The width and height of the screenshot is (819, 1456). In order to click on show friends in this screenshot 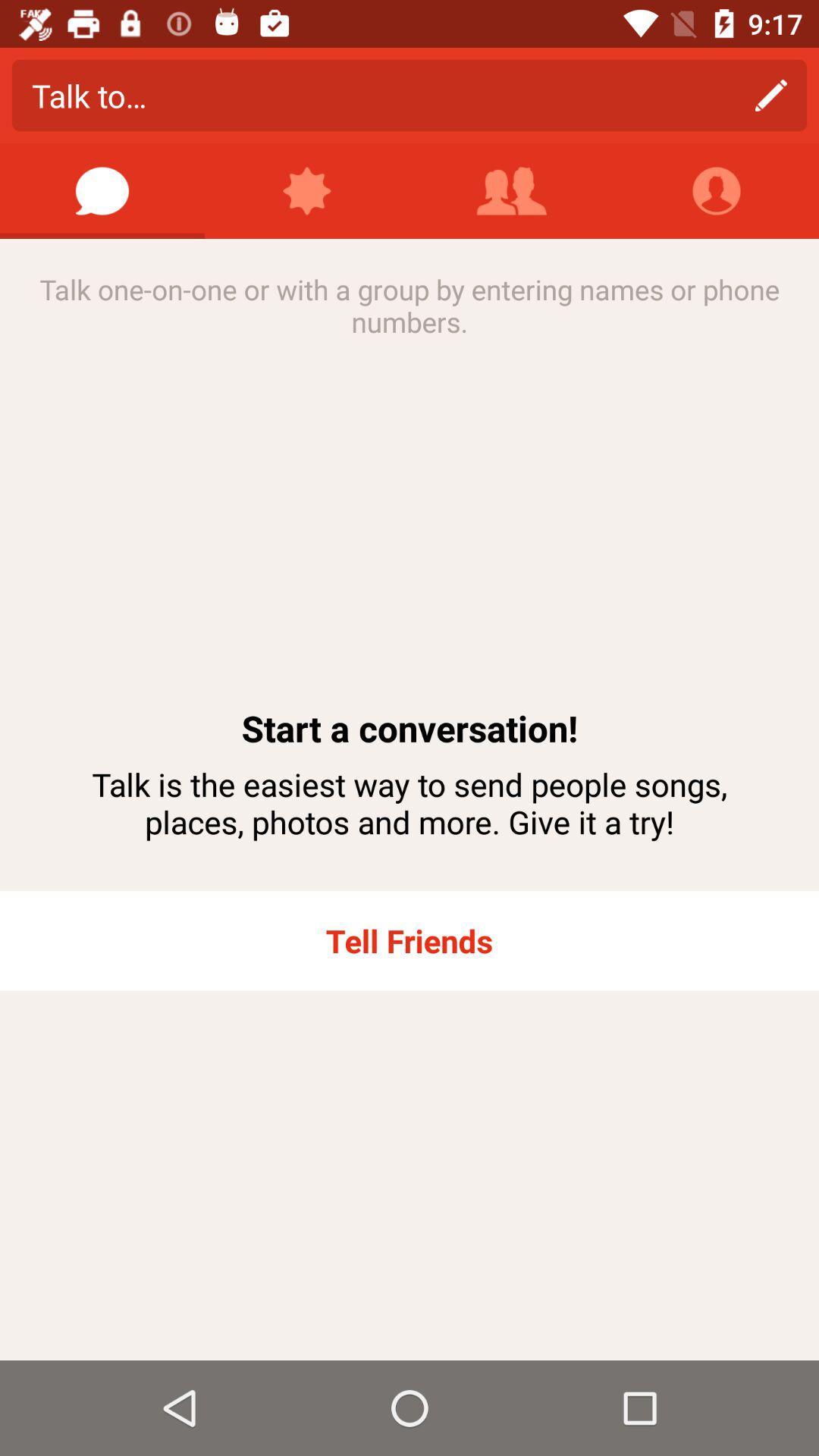, I will do `click(512, 190)`.